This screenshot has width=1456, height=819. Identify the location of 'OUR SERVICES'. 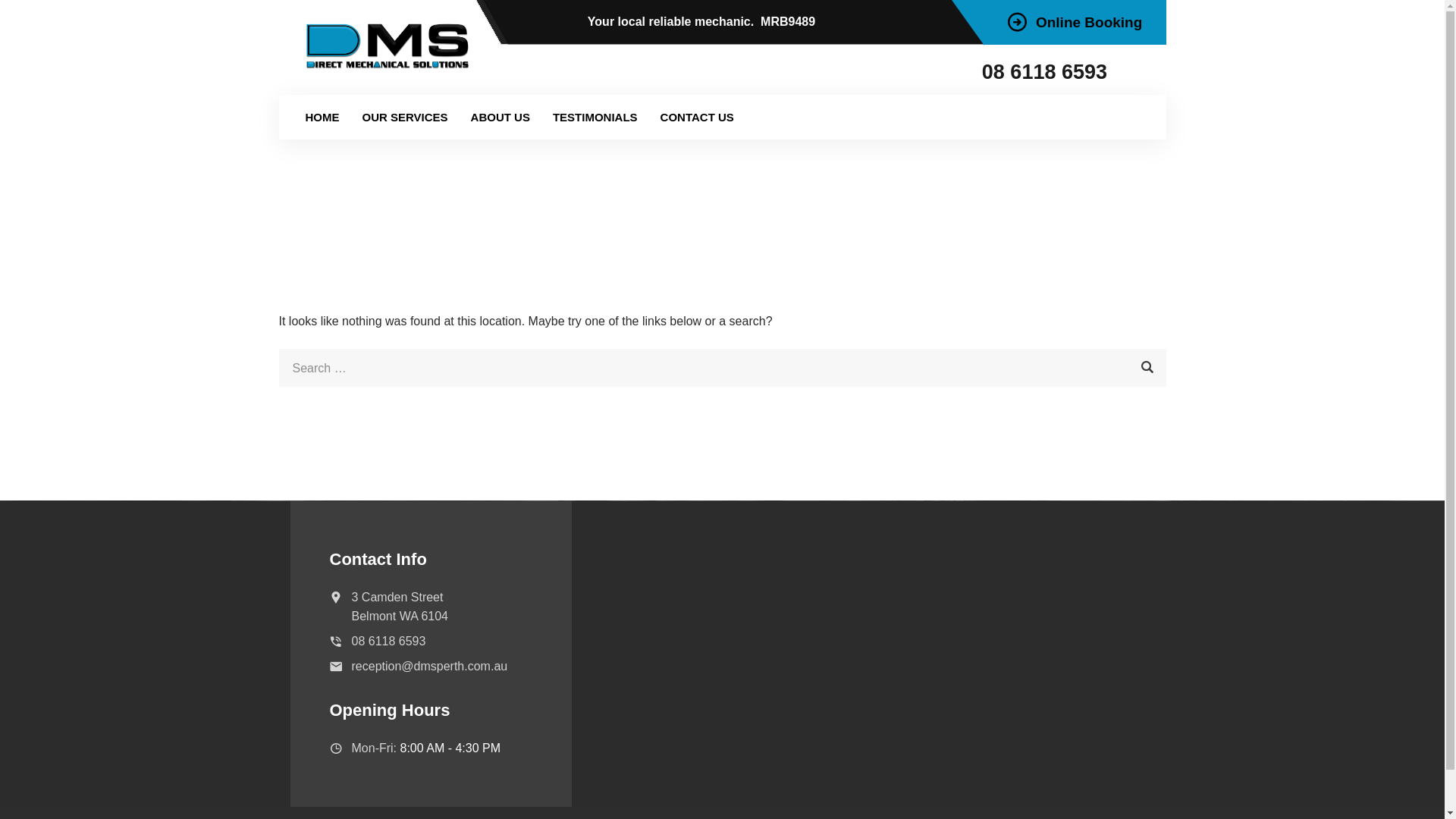
(404, 116).